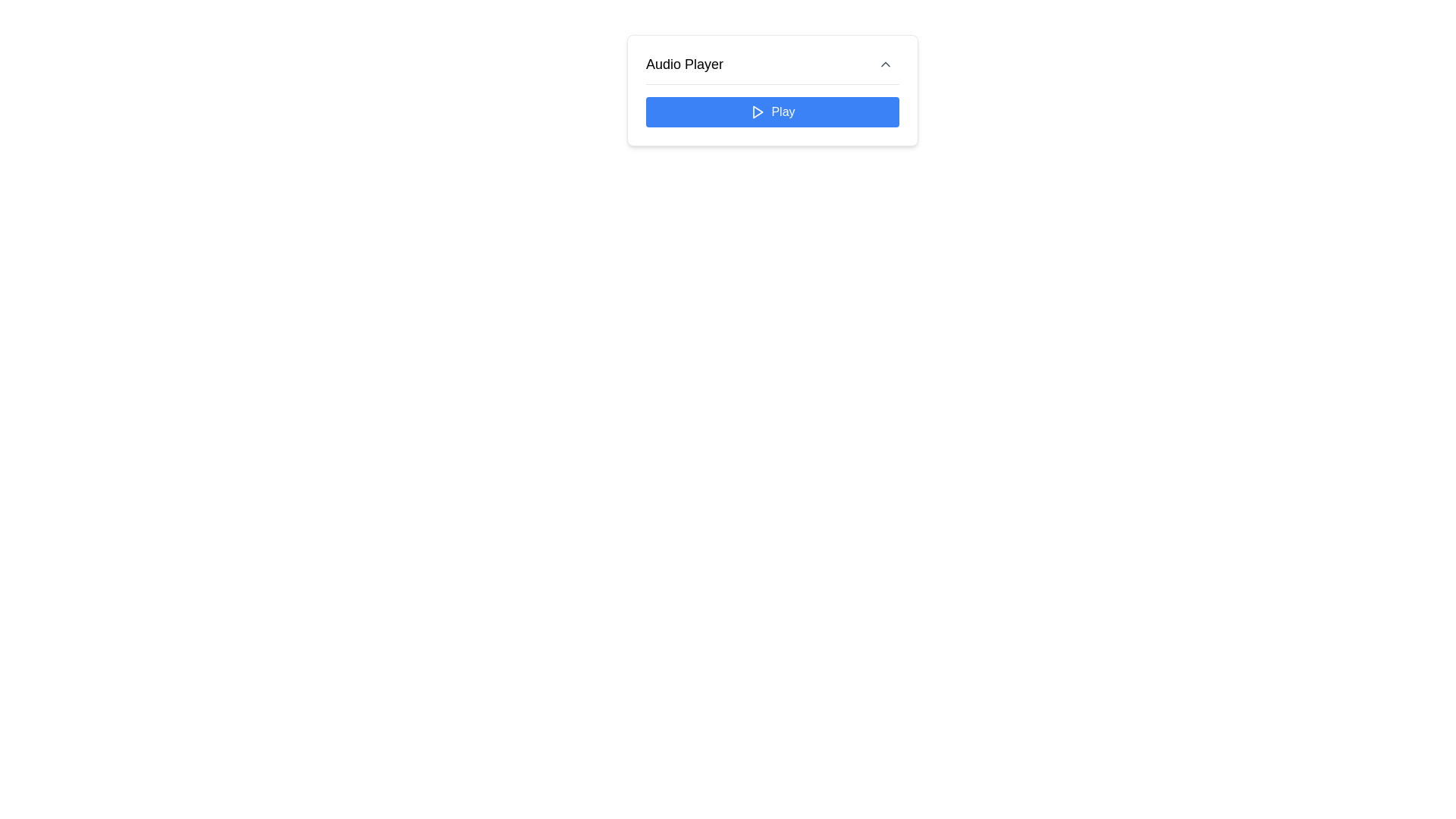  Describe the element at coordinates (758, 111) in the screenshot. I see `the triangular 'Play' icon located in the center of the blue rectangular button in the audio player interface to play the audio` at that location.